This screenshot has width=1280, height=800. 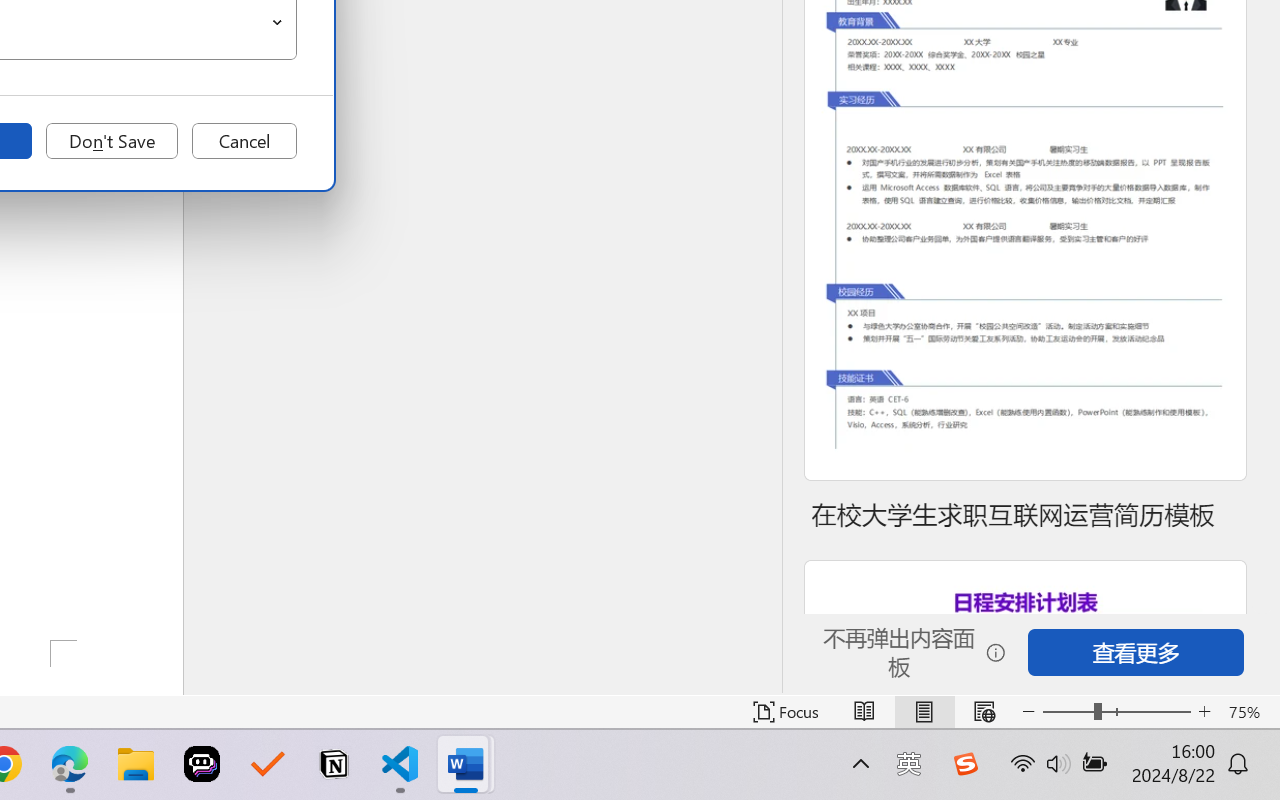 I want to click on 'Focus ', so click(x=785, y=711).